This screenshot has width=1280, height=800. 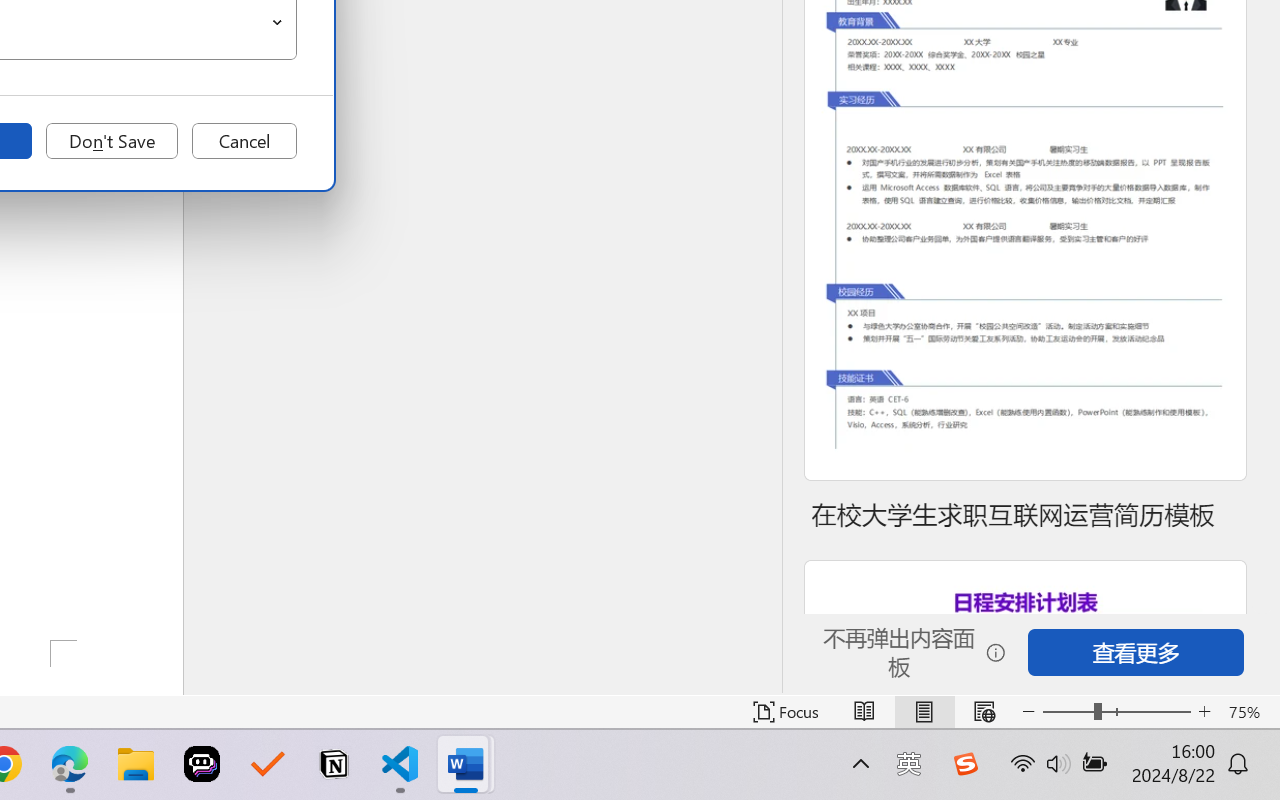 I want to click on 'Focus ', so click(x=785, y=711).